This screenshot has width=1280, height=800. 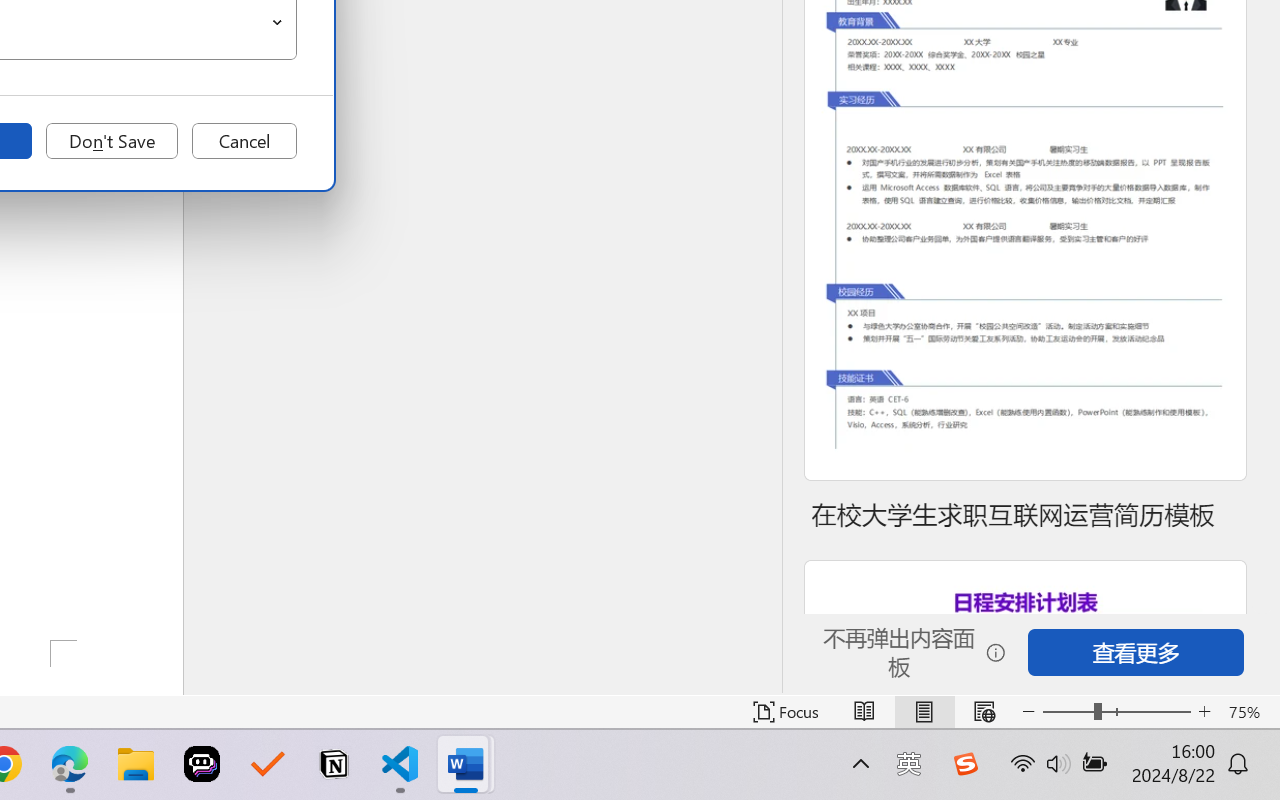 I want to click on 'Focus ', so click(x=785, y=711).